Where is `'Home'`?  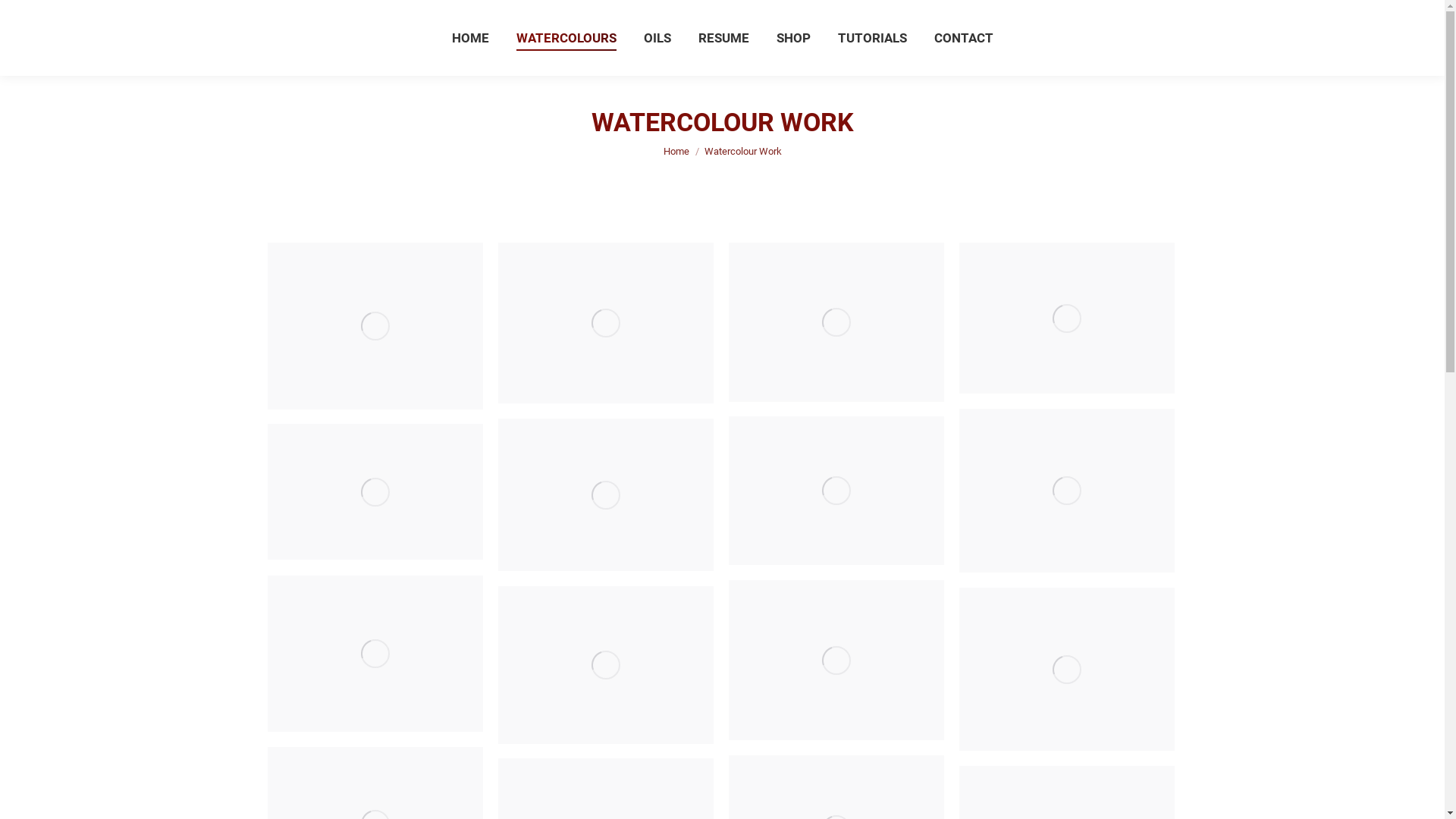 'Home' is located at coordinates (675, 151).